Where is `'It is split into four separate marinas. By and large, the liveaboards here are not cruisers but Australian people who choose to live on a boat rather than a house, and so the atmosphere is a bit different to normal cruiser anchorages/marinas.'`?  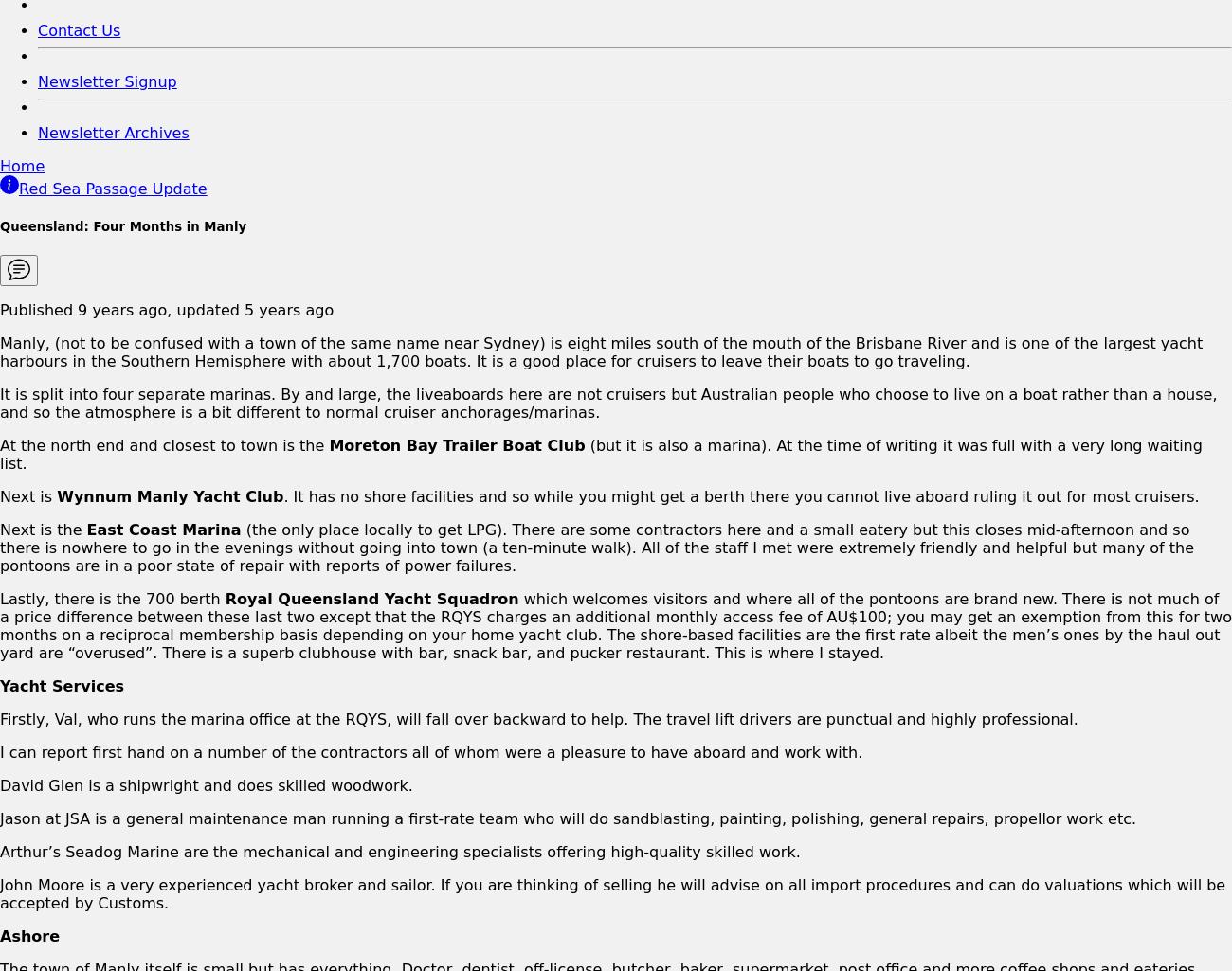
'It is split into four separate marinas. By and large, the liveaboards here are not cruisers but Australian people who choose to live on a boat rather than a house, and so the atmosphere is a bit different to normal cruiser anchorages/marinas.' is located at coordinates (607, 401).